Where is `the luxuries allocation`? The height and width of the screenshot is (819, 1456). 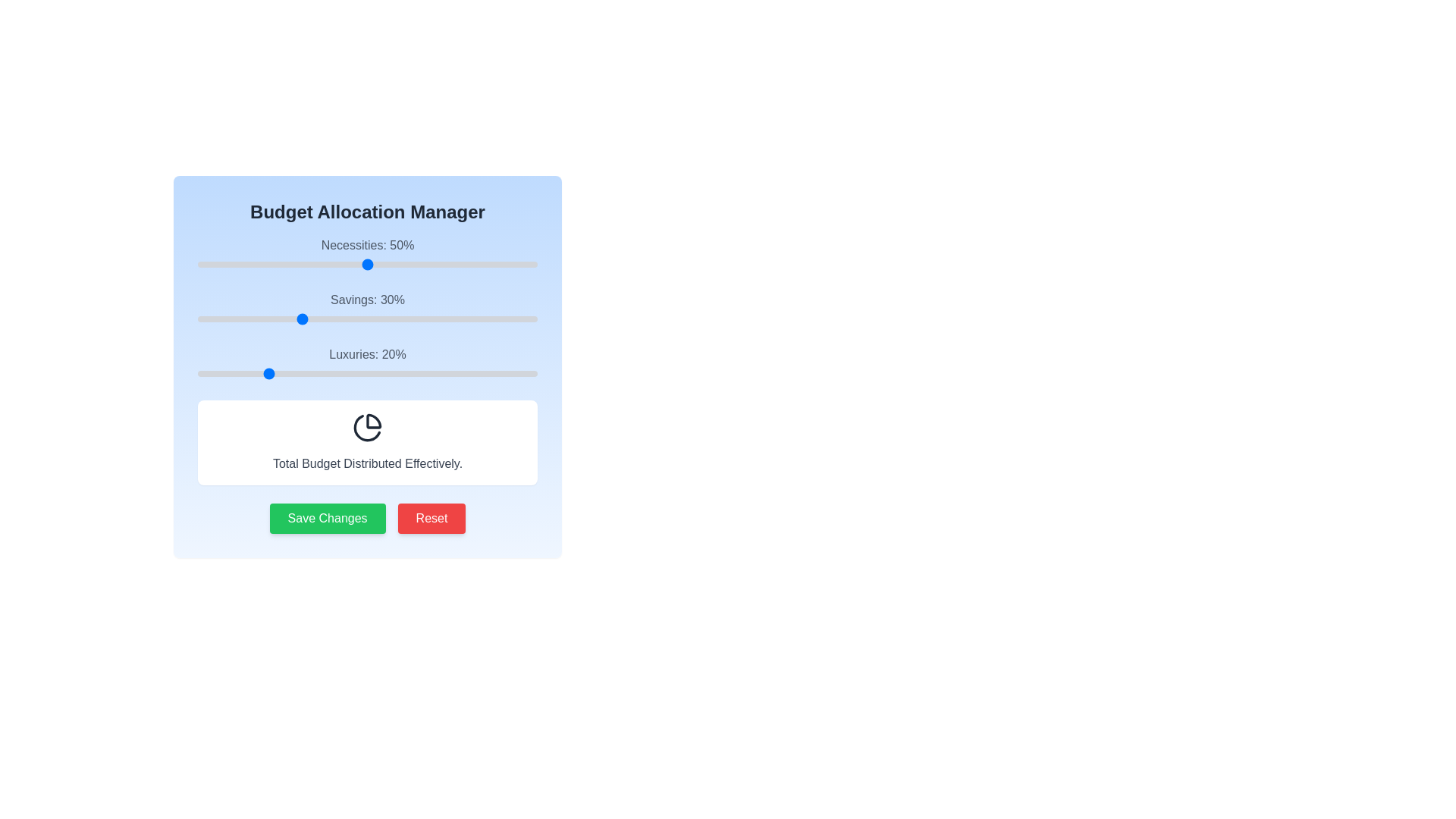 the luxuries allocation is located at coordinates (524, 374).